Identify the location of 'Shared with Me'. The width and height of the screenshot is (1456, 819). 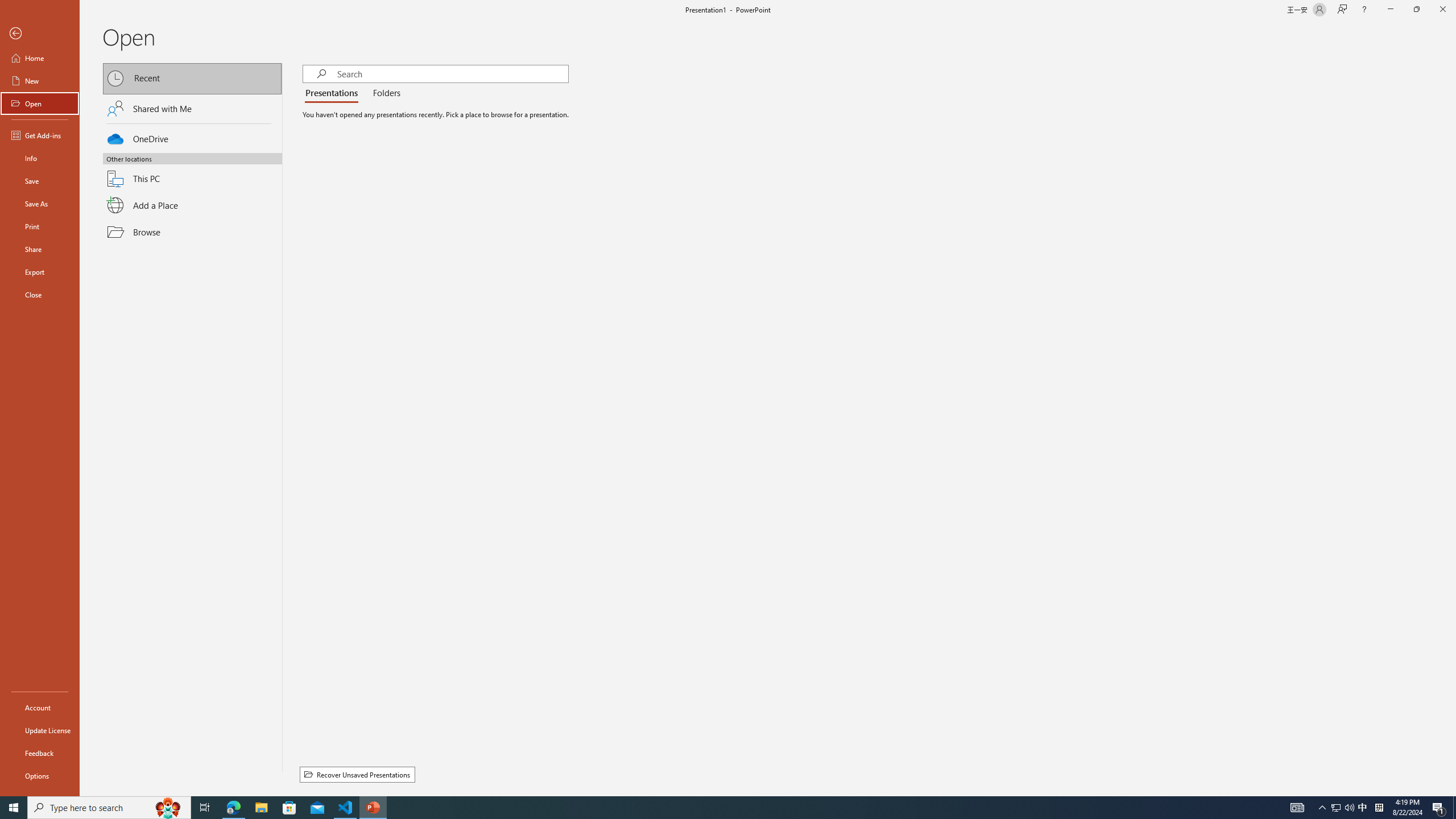
(192, 107).